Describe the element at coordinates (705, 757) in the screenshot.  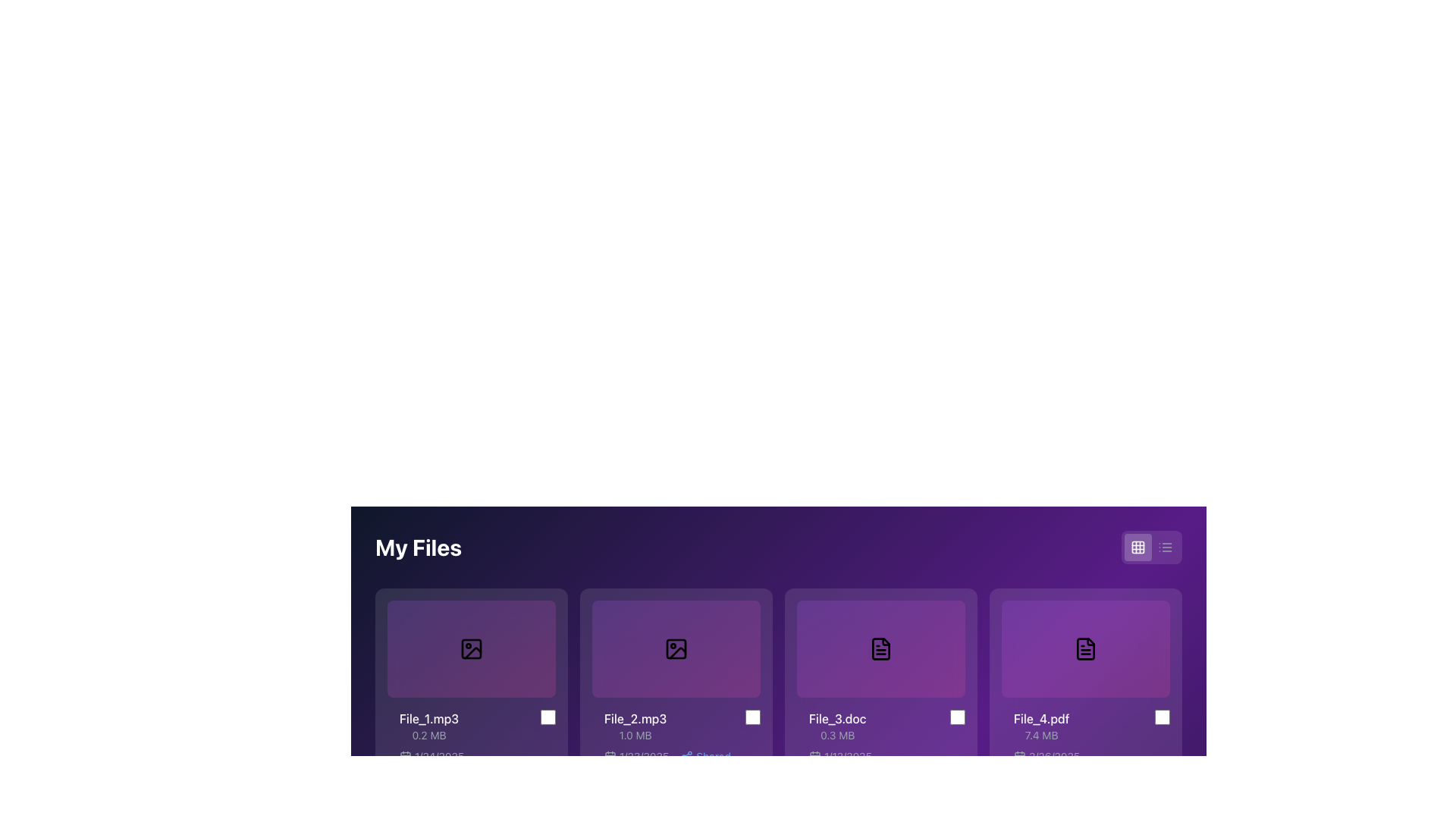
I see `the non-interactive status indicator label that indicates the associated file is a shared item, located below the file thumbnail of the second file and adjacent to the '1/23/2025' date text` at that location.